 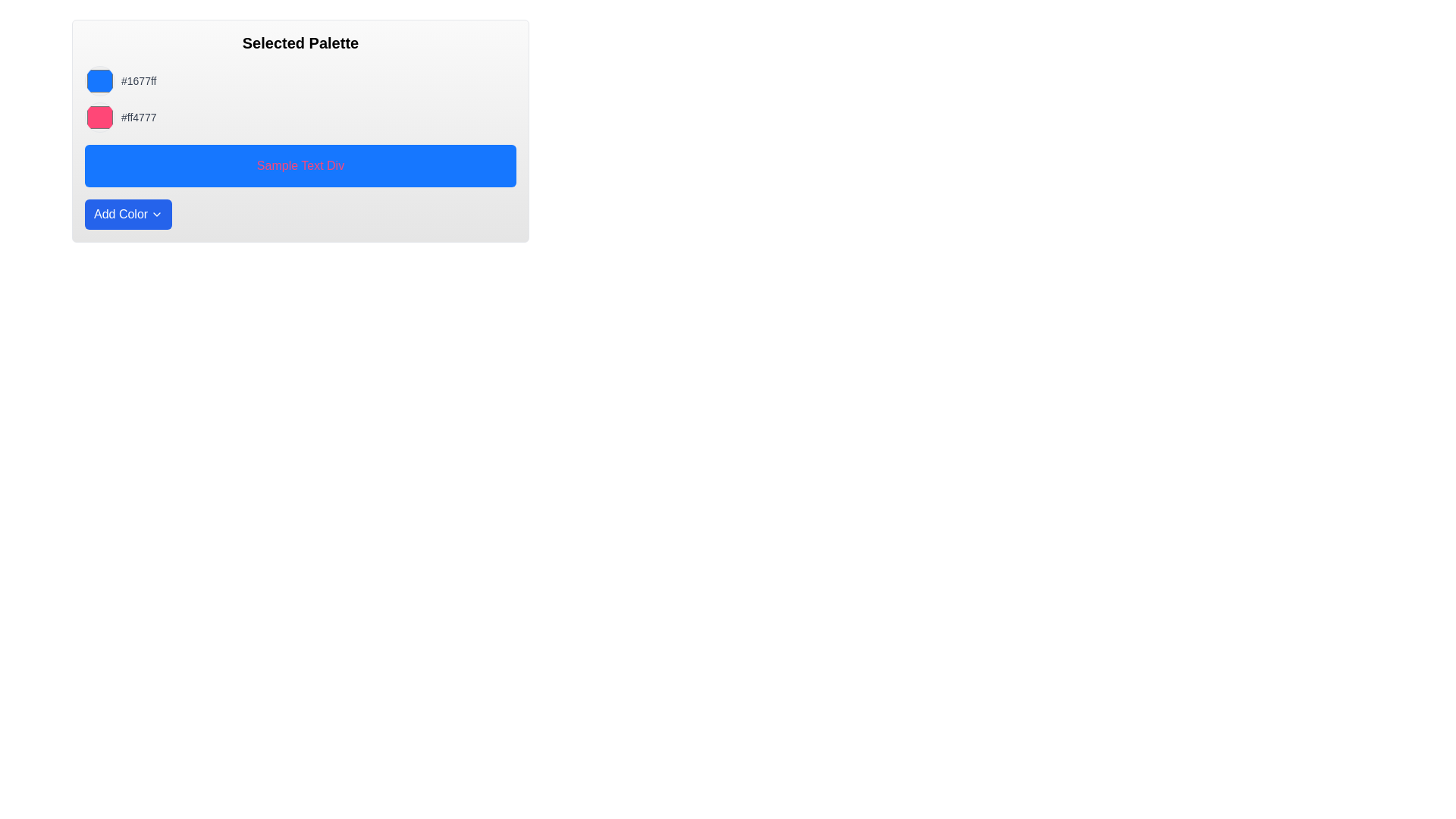 I want to click on the first circular pink button in the color palette selector, so click(x=99, y=116).